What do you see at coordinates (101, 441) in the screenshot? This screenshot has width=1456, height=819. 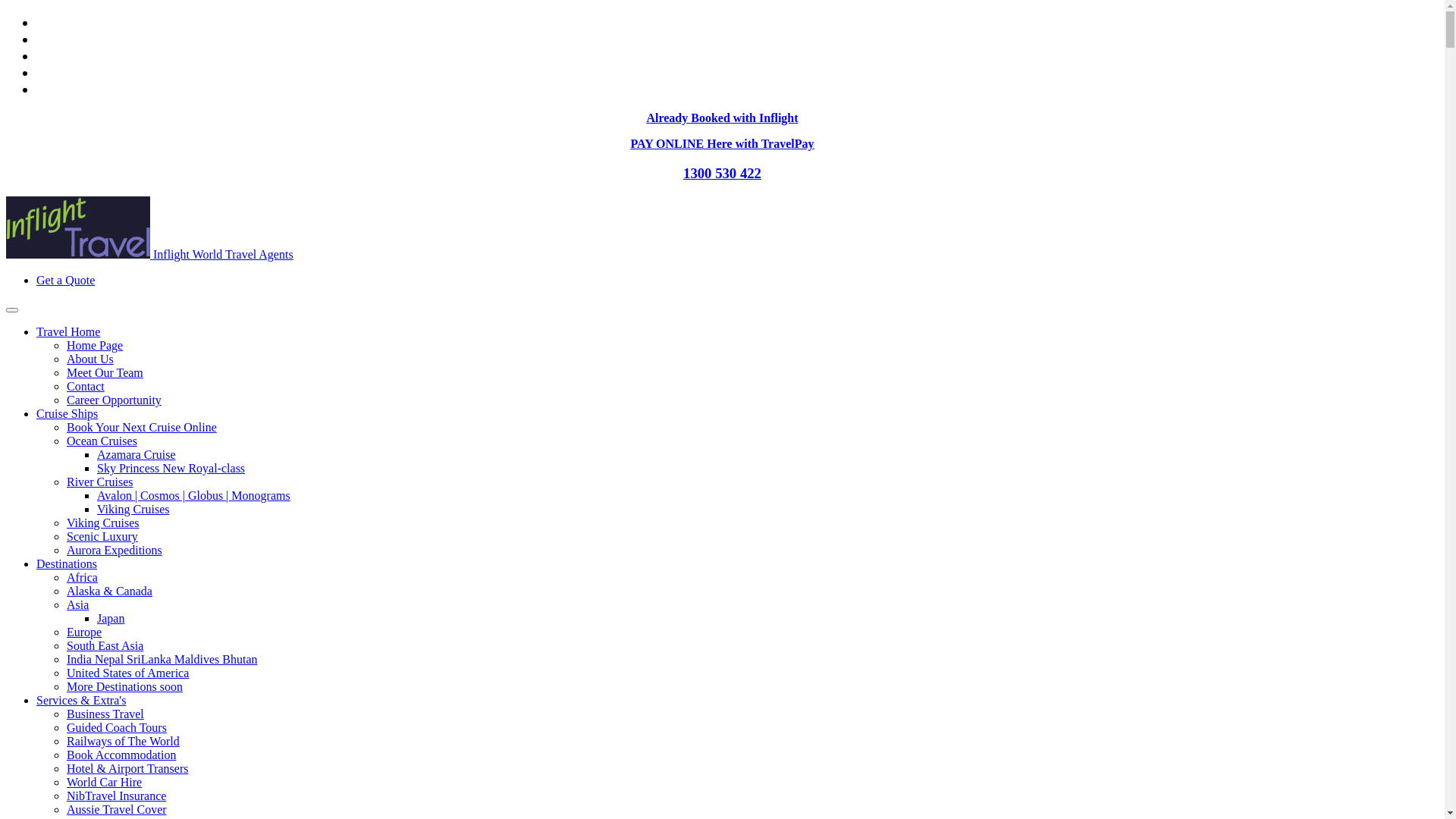 I see `'Ocean Cruises'` at bounding box center [101, 441].